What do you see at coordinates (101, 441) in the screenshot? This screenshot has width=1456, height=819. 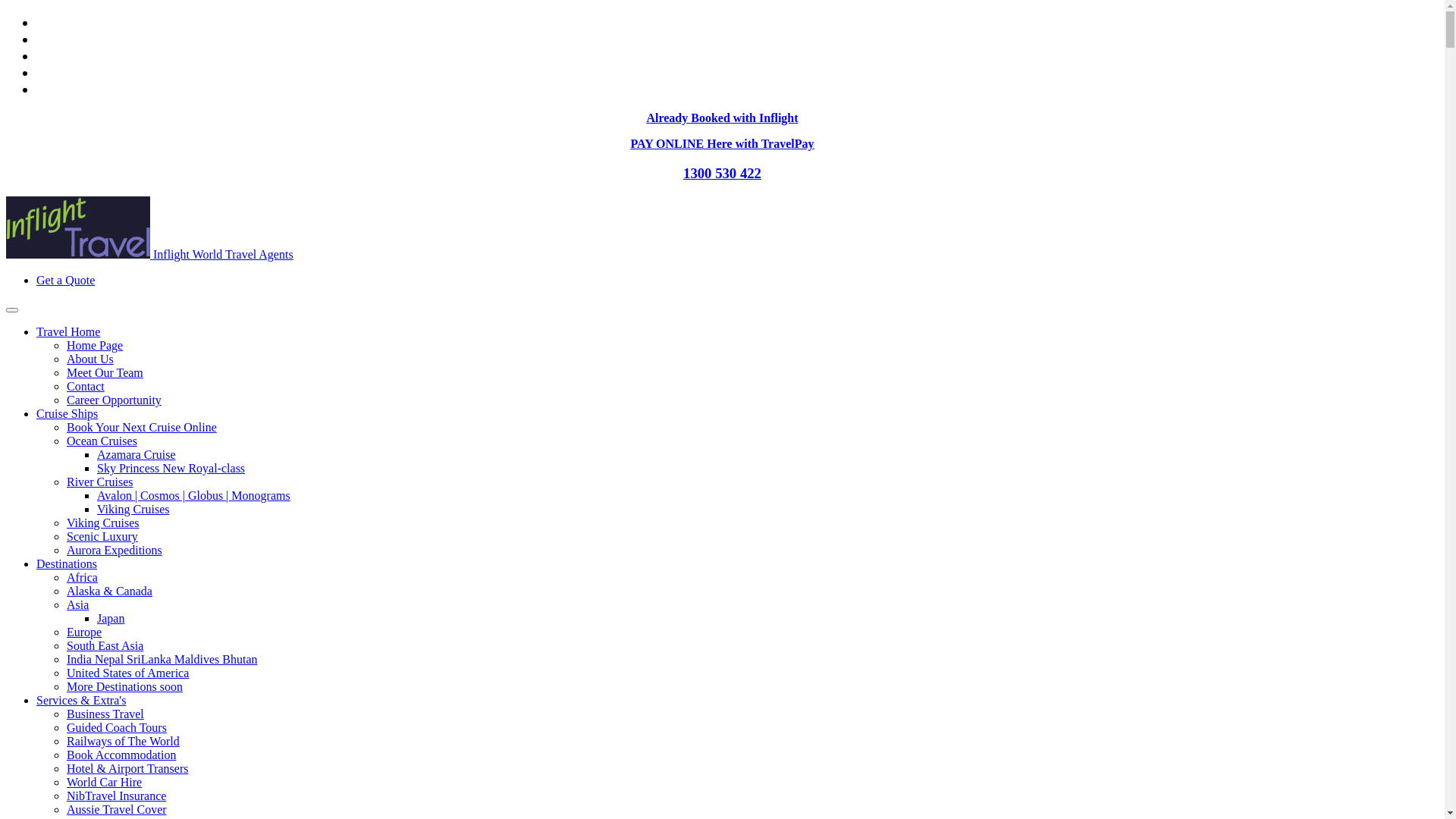 I see `'Ocean Cruises'` at bounding box center [101, 441].